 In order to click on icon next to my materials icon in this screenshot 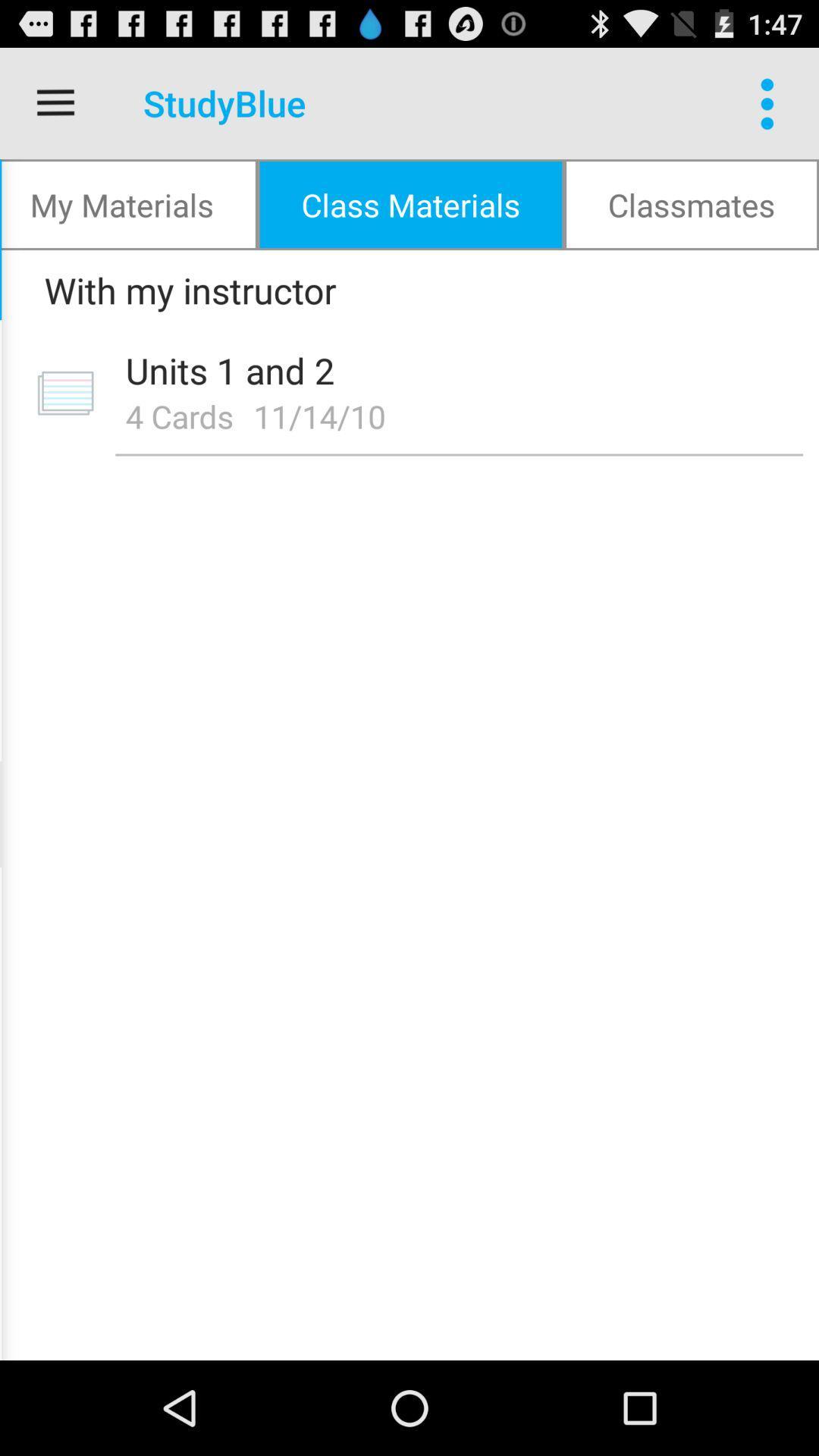, I will do `click(410, 203)`.